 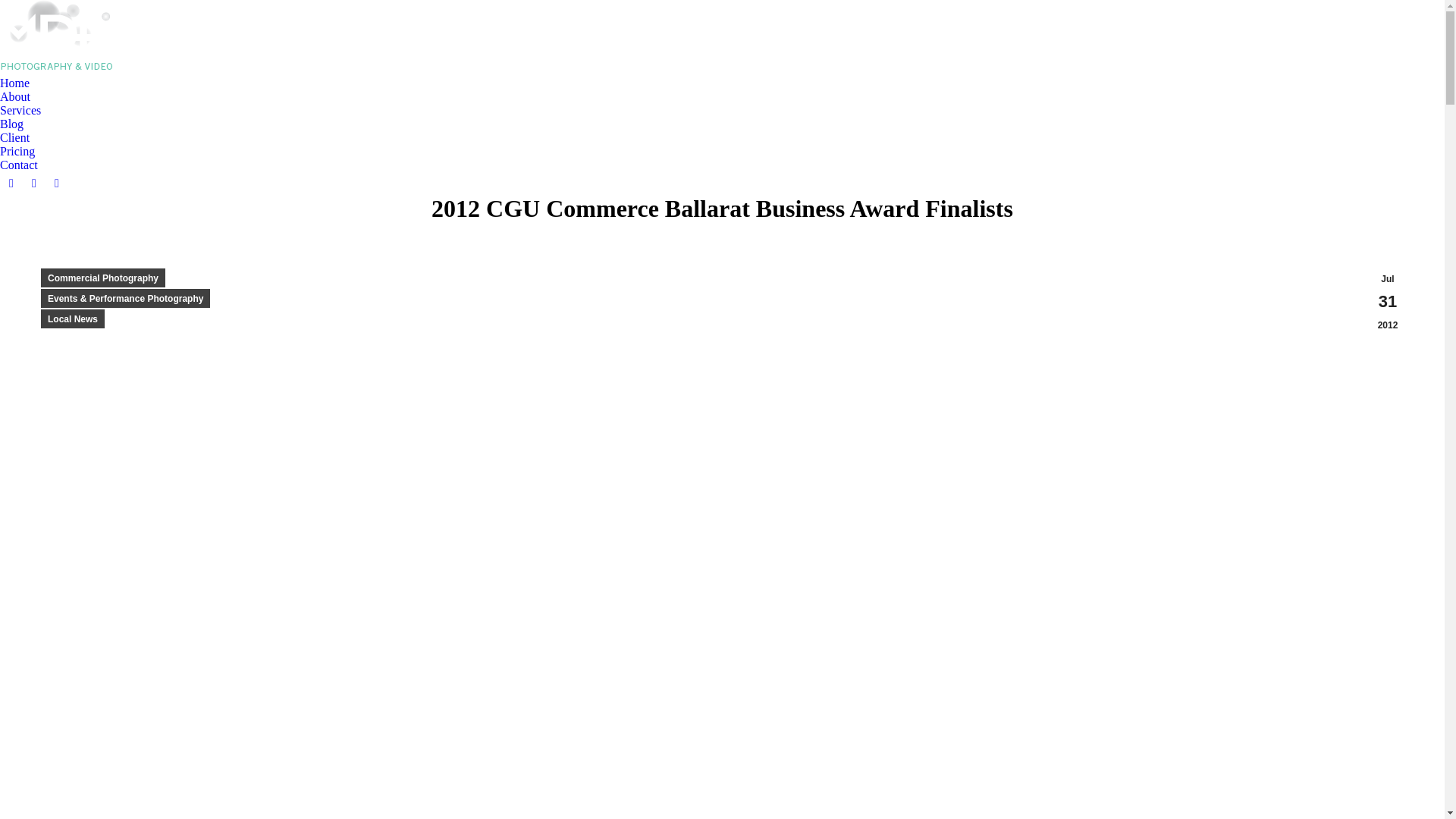 What do you see at coordinates (24, 110) in the screenshot?
I see `'Services'` at bounding box center [24, 110].